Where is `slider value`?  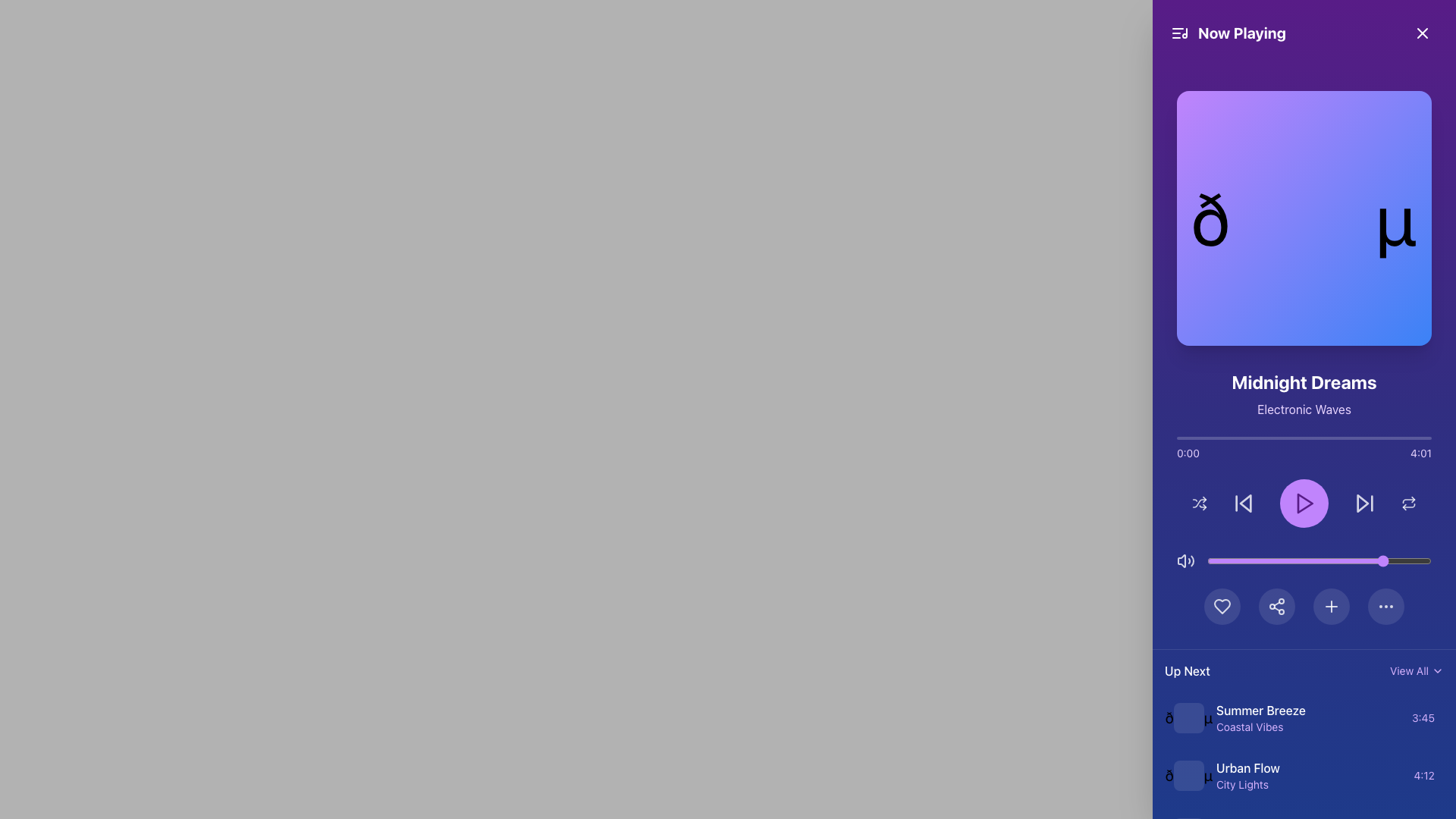 slider value is located at coordinates (1250, 561).